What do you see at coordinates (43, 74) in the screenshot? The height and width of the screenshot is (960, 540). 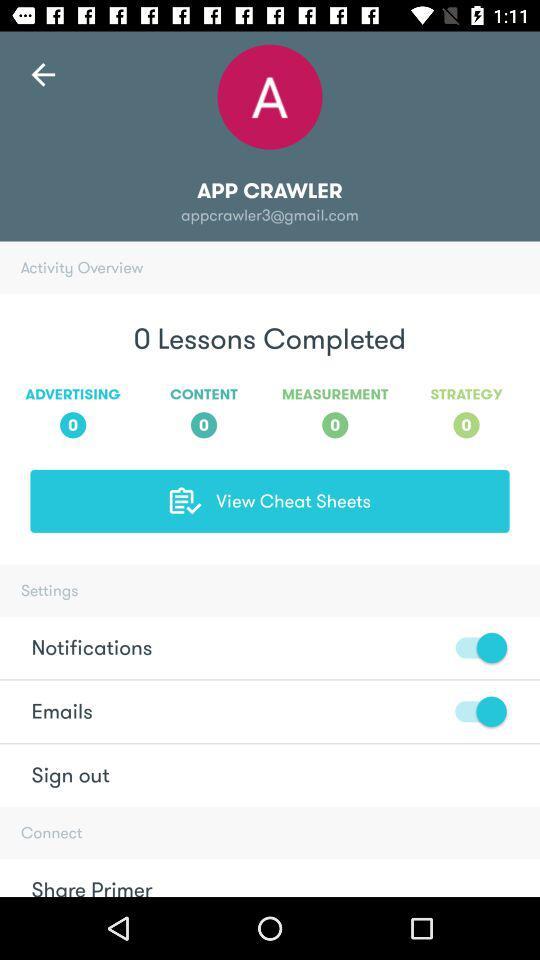 I see `the arrow_backward icon` at bounding box center [43, 74].